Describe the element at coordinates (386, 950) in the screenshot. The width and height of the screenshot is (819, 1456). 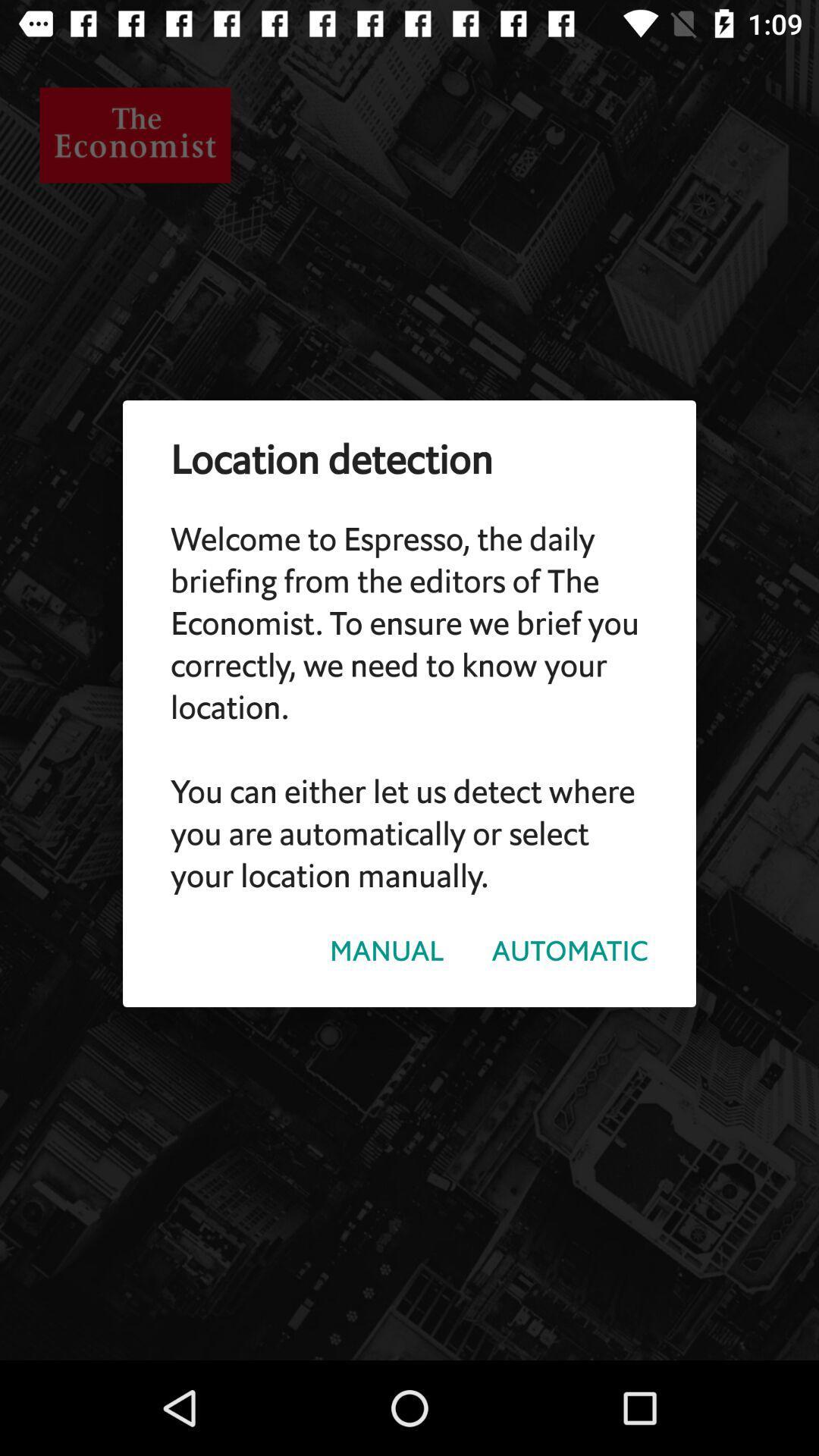
I see `the item below welcome to espresso` at that location.